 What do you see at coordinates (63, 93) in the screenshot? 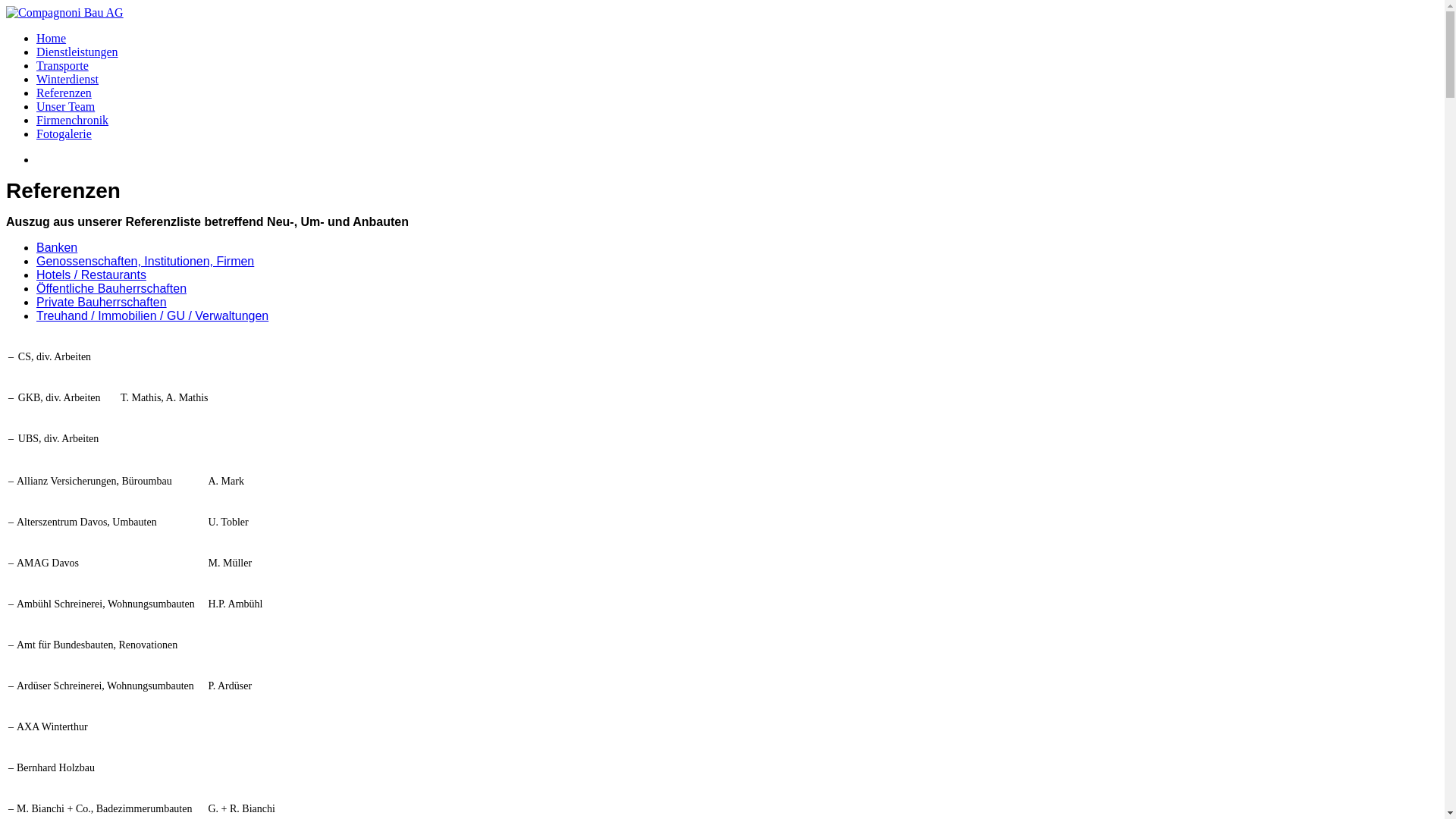
I see `'Referenzen'` at bounding box center [63, 93].